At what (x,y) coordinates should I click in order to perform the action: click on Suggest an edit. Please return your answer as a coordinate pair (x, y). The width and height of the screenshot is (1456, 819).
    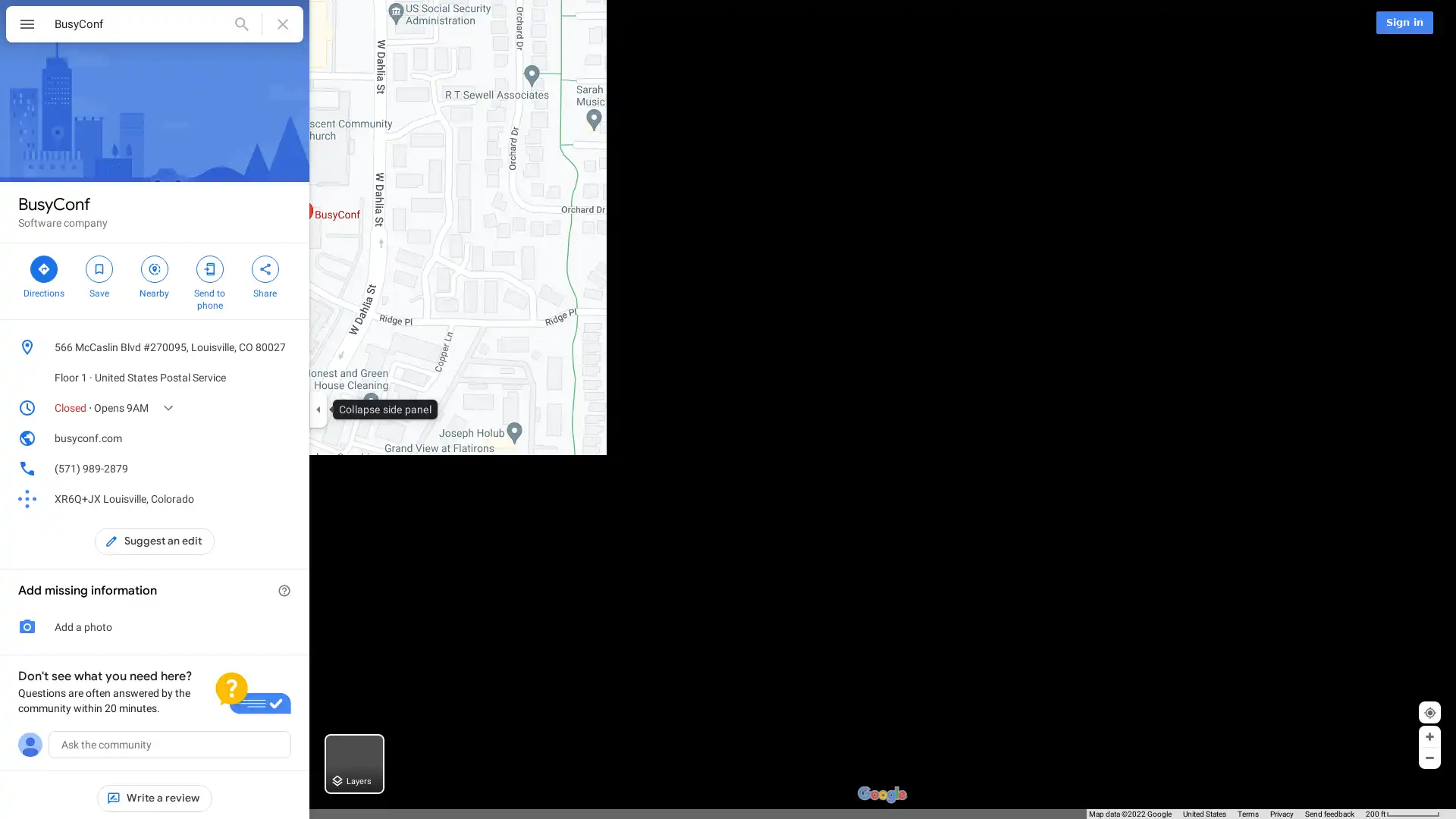
    Looking at the image, I should click on (155, 540).